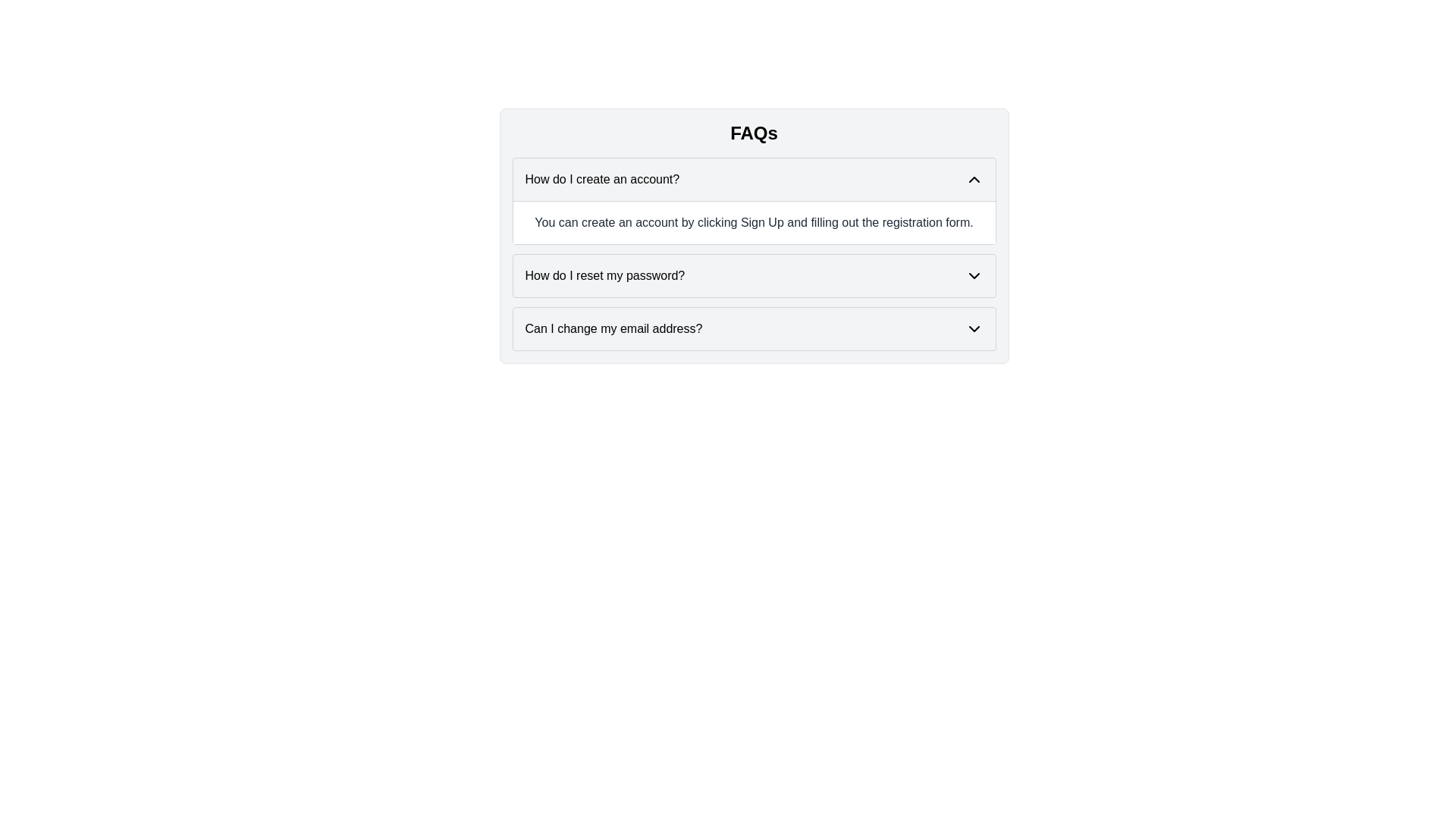 Image resolution: width=1456 pixels, height=819 pixels. What do you see at coordinates (754, 236) in the screenshot?
I see `the FAQ section, which is a white box with a gray border and rounded corners containing the header 'FAQs'` at bounding box center [754, 236].